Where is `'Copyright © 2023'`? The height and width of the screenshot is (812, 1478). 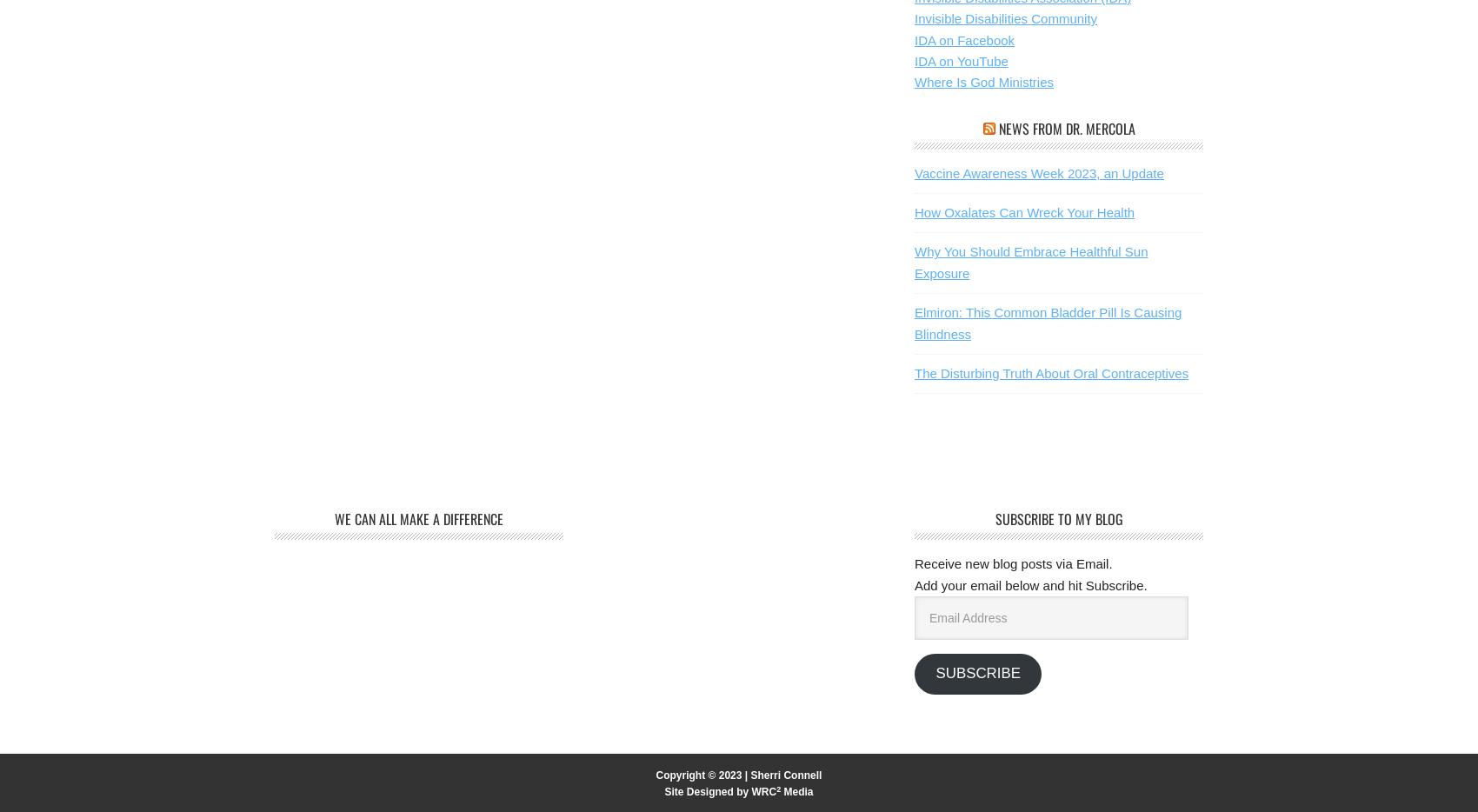
'Copyright © 2023' is located at coordinates (697, 775).